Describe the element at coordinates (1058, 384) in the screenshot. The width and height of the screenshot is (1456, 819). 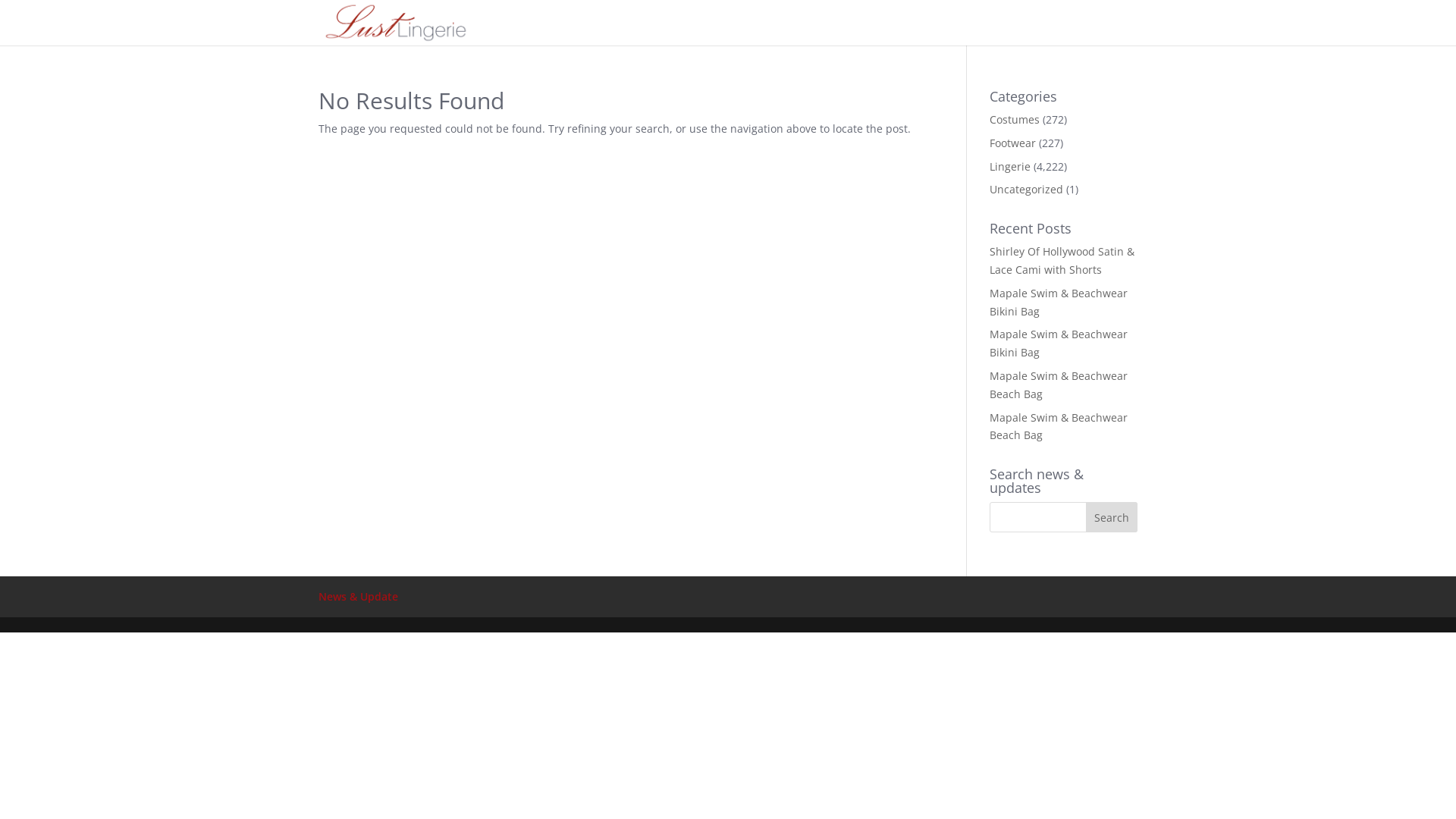
I see `'Mapale Swim & Beachwear Beach Bag'` at that location.